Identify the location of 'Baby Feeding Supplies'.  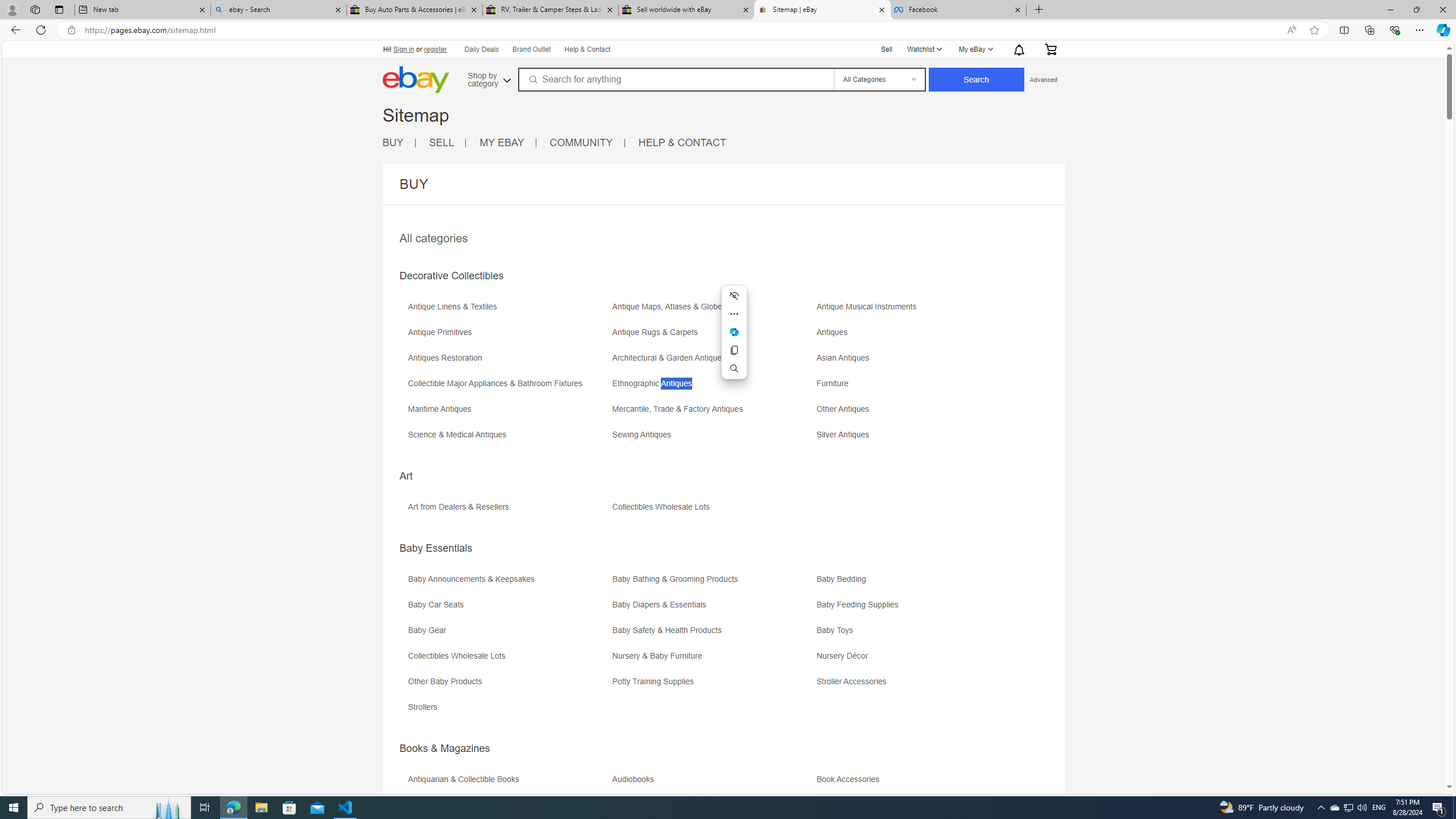
(860, 604).